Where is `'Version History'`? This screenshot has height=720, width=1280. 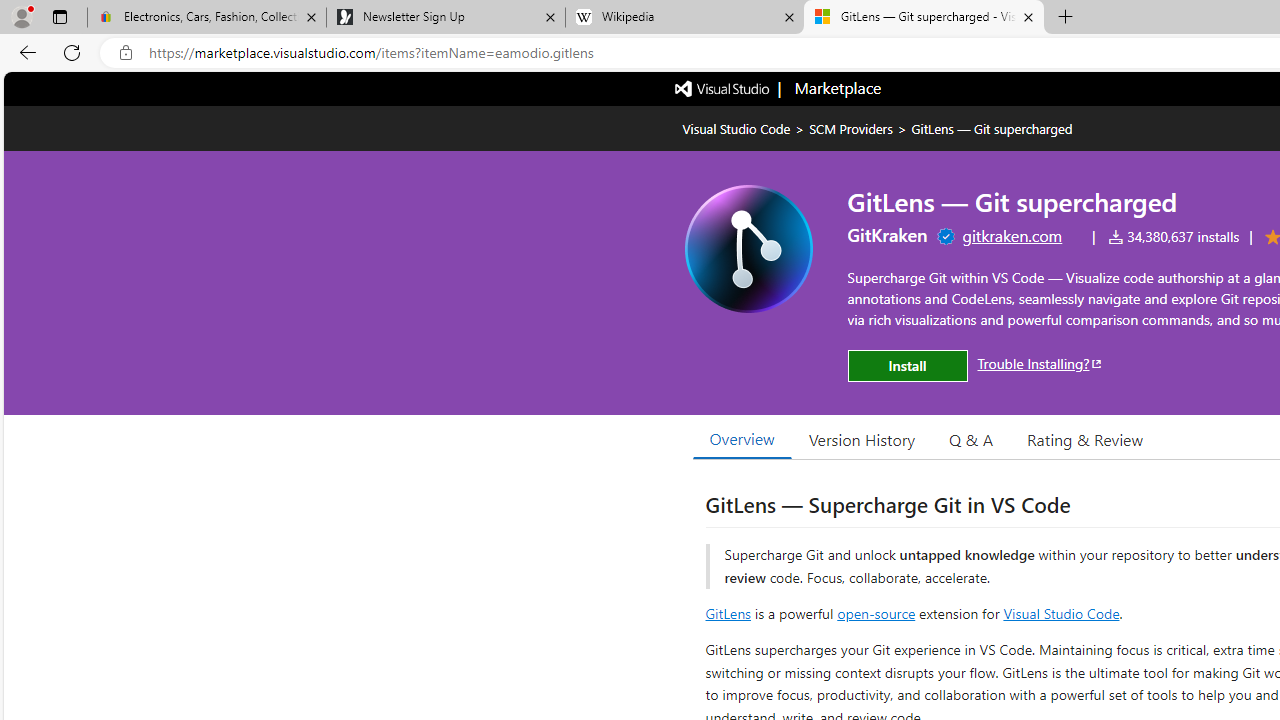 'Version History' is located at coordinates (862, 438).